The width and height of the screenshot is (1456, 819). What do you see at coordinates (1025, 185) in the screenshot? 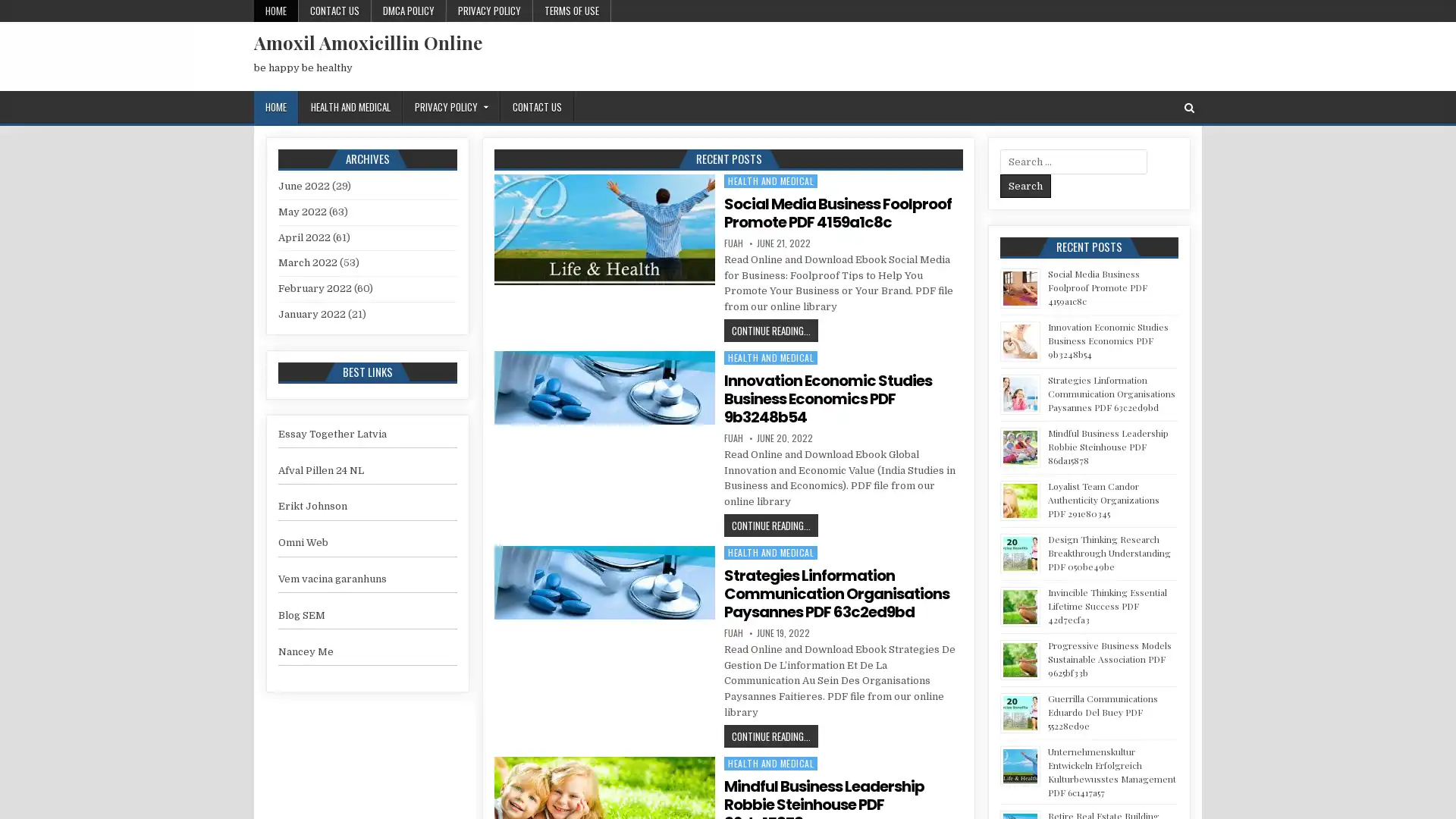
I see `Search` at bounding box center [1025, 185].